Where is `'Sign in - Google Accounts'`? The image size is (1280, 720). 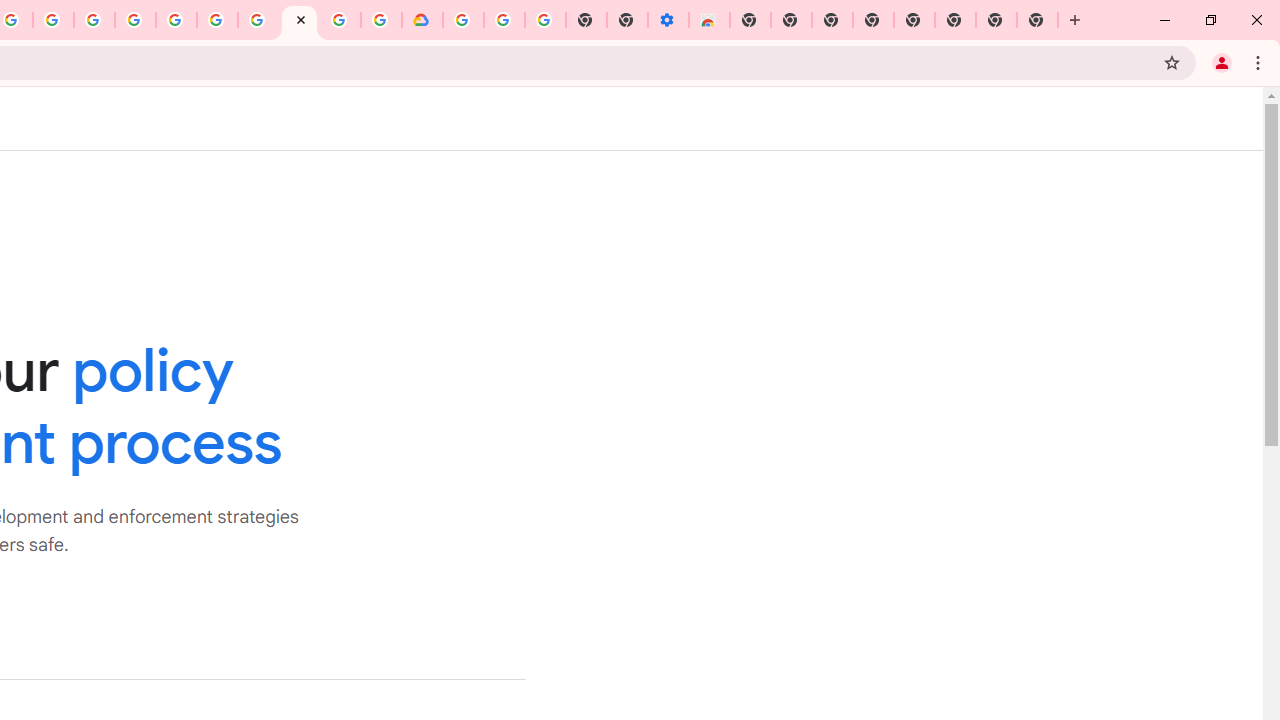
'Sign in - Google Accounts' is located at coordinates (462, 20).